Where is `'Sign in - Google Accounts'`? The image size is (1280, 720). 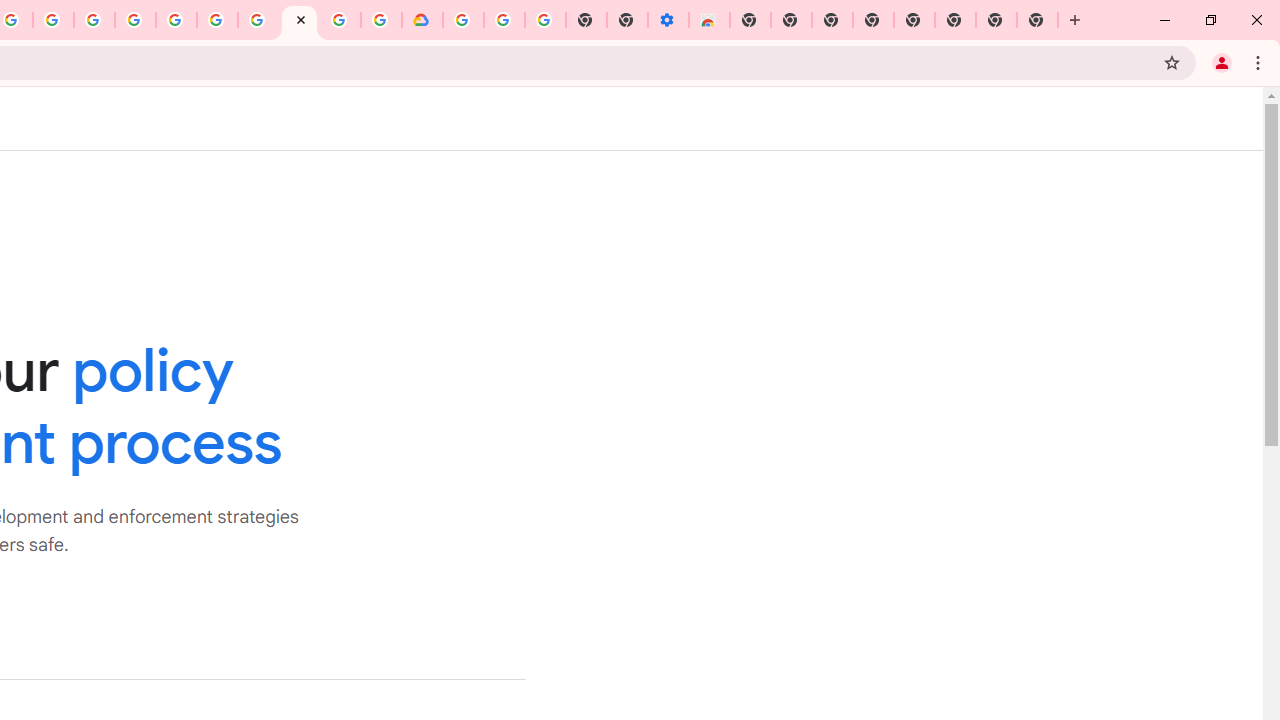
'Sign in - Google Accounts' is located at coordinates (462, 20).